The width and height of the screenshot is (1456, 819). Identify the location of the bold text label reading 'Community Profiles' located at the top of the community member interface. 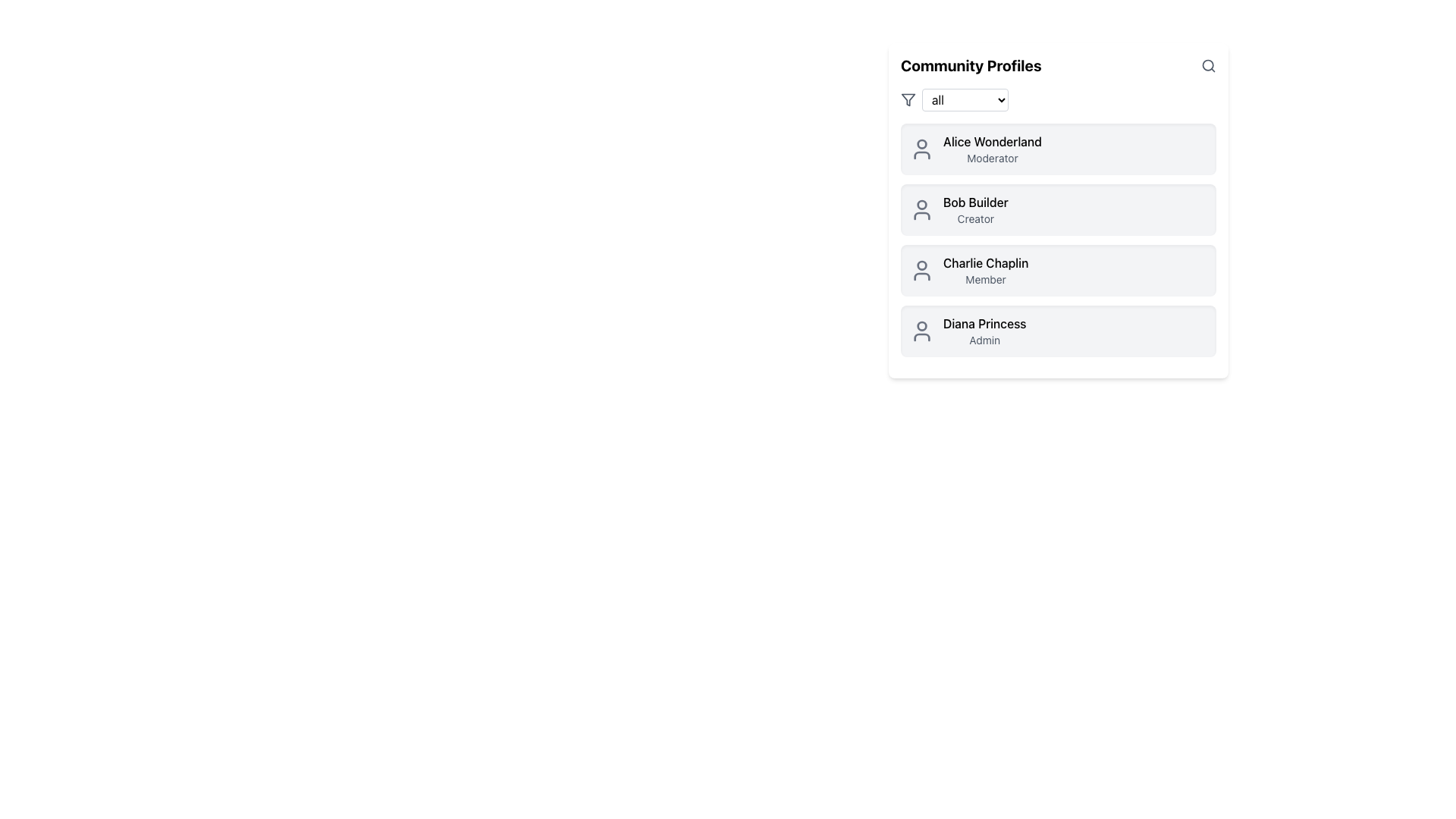
(971, 65).